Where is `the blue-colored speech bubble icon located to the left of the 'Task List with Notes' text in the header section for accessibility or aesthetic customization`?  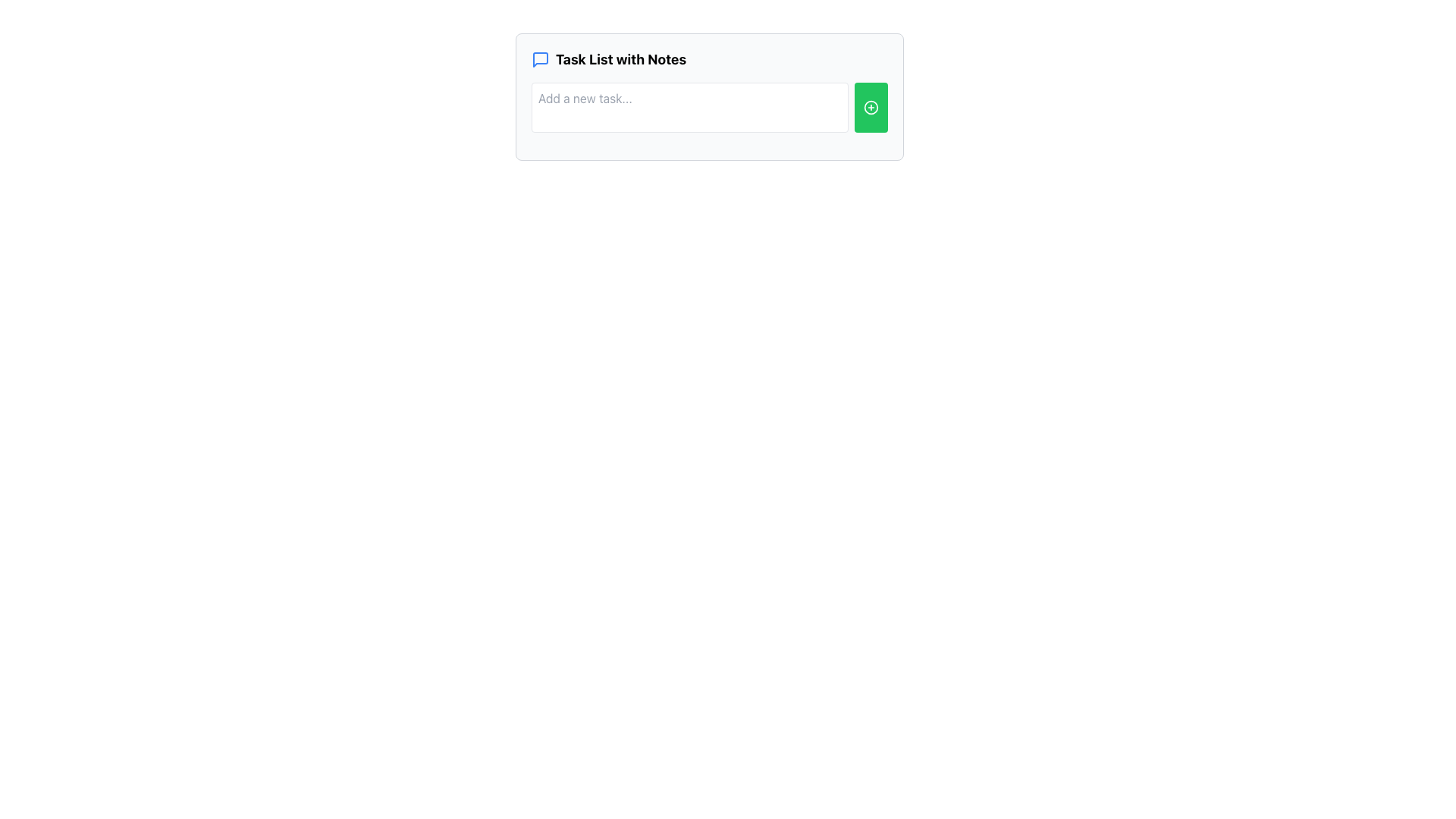 the blue-colored speech bubble icon located to the left of the 'Task List with Notes' text in the header section for accessibility or aesthetic customization is located at coordinates (541, 58).